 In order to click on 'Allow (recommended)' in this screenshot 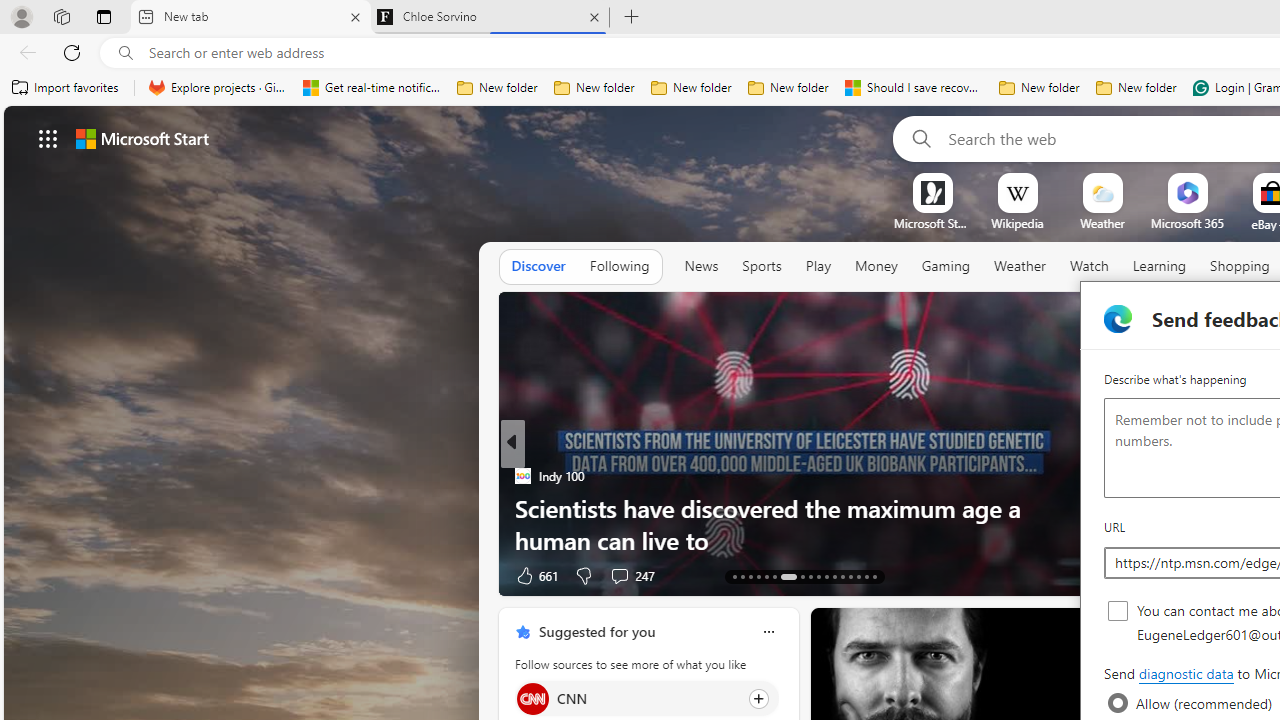, I will do `click(1117, 702)`.